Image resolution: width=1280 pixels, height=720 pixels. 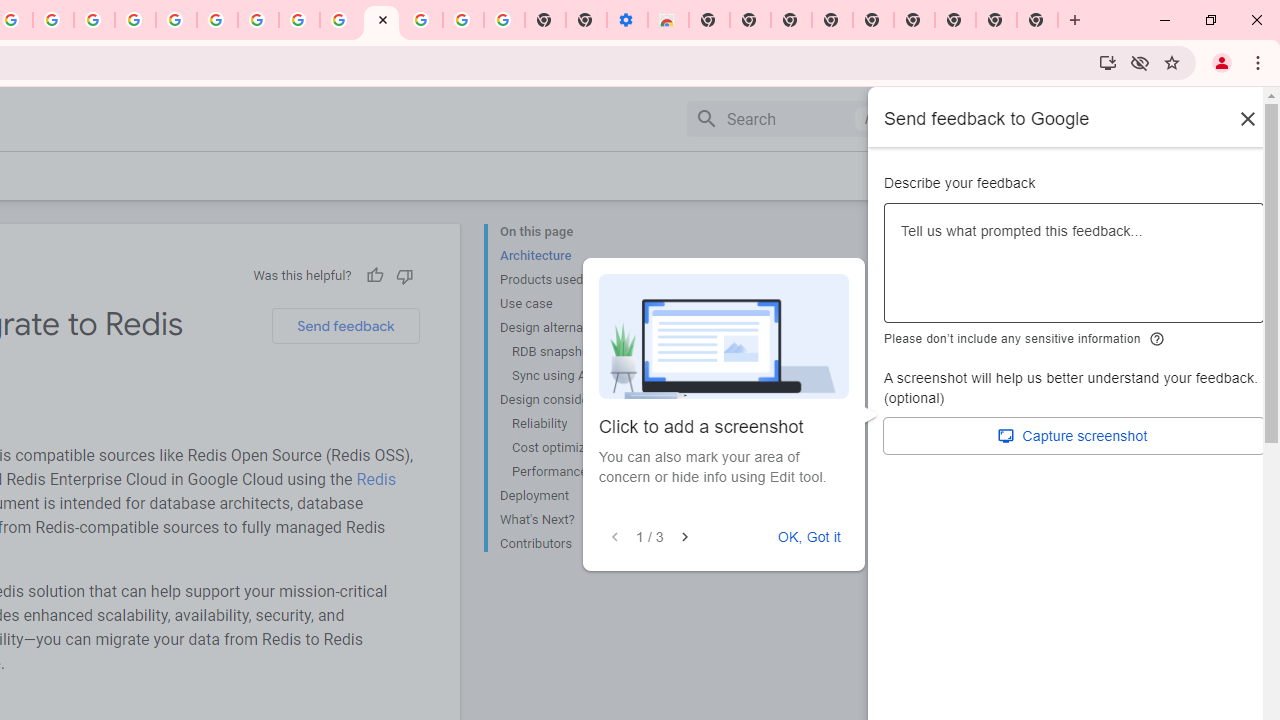 What do you see at coordinates (345, 325) in the screenshot?
I see `'Send feedback'` at bounding box center [345, 325].